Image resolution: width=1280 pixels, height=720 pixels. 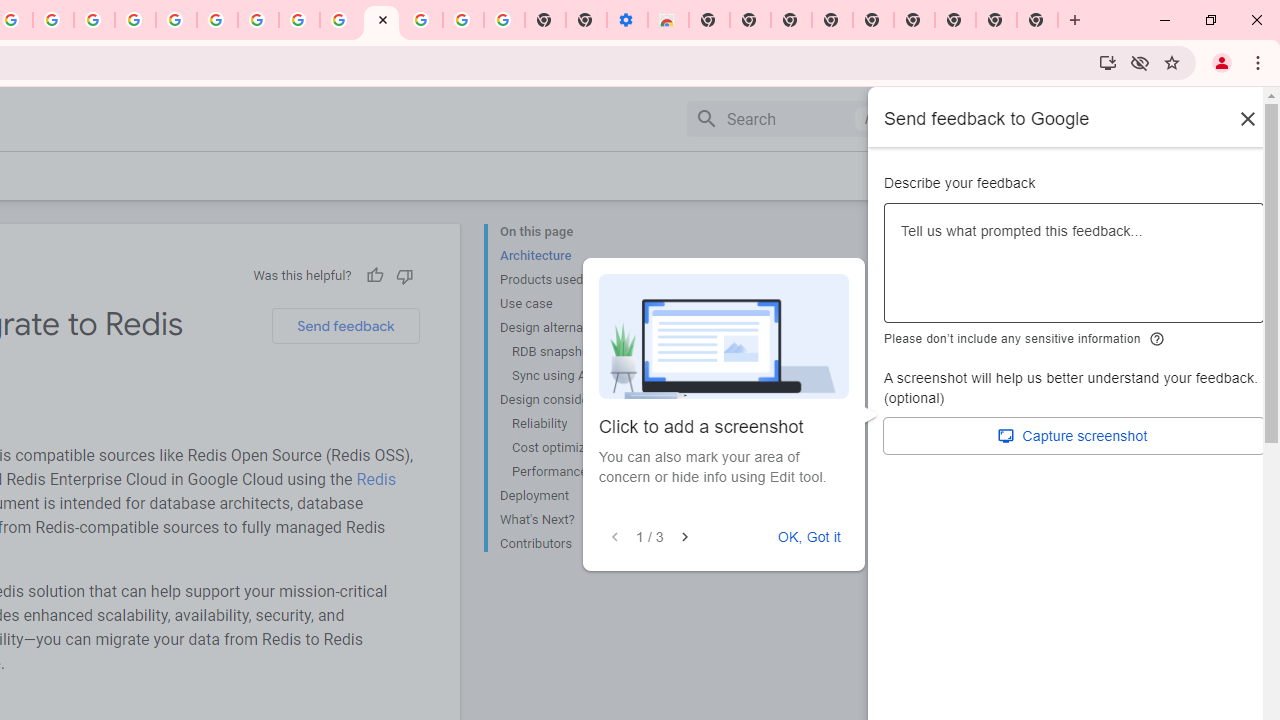 What do you see at coordinates (345, 325) in the screenshot?
I see `'Send feedback'` at bounding box center [345, 325].